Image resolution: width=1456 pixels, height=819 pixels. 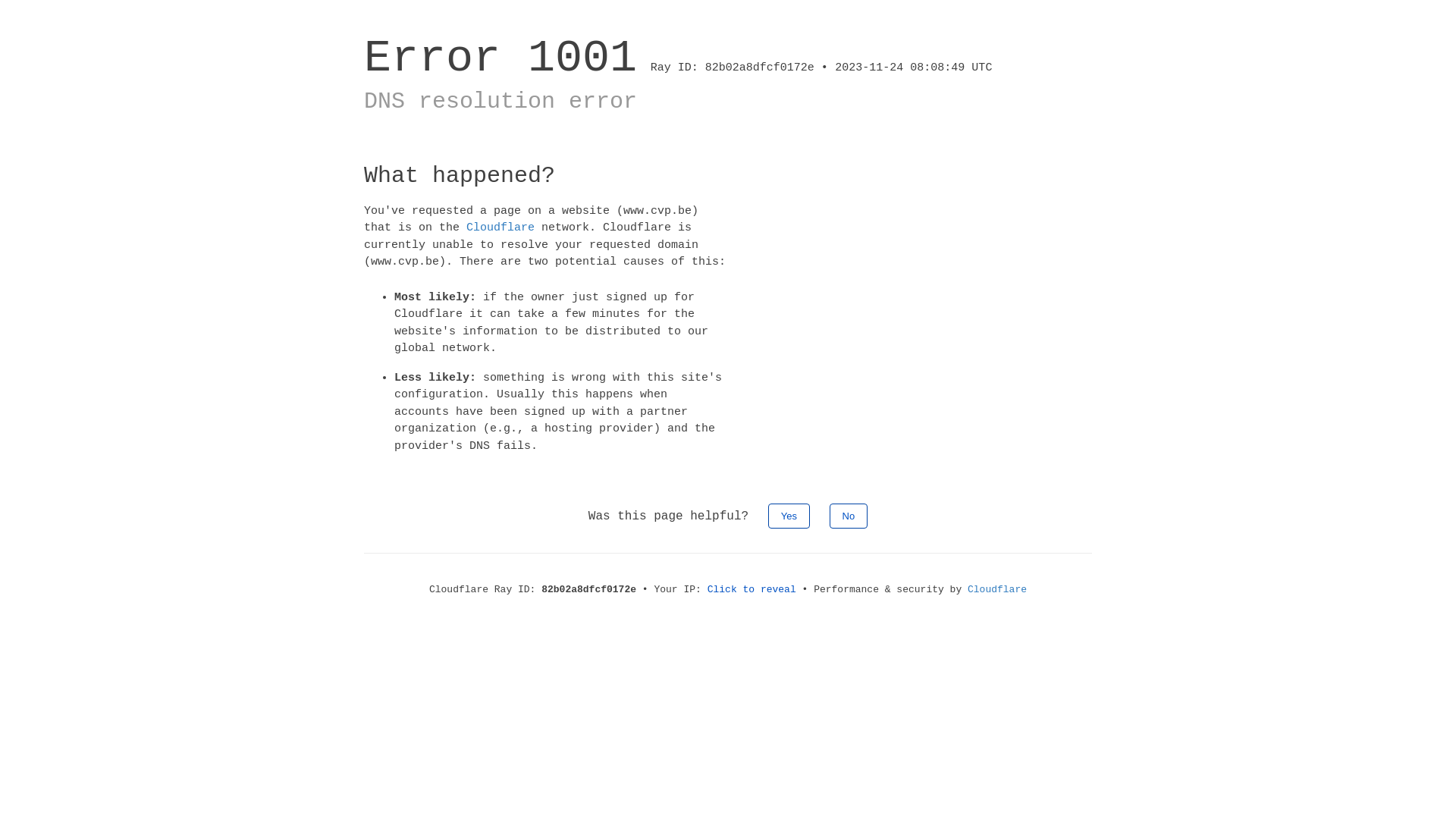 I want to click on 'Yes', so click(x=789, y=515).